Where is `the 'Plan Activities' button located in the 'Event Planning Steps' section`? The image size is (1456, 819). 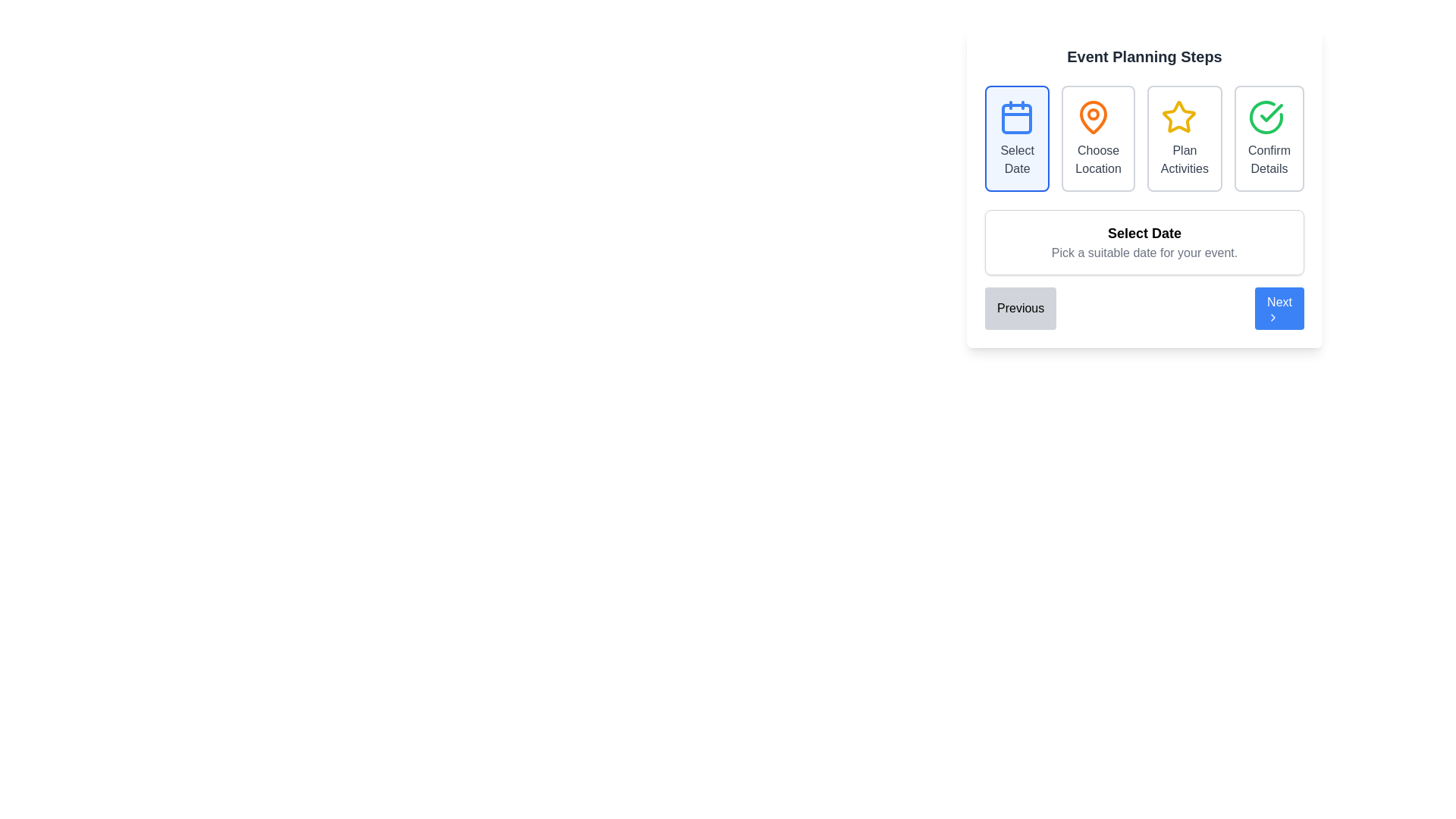 the 'Plan Activities' button located in the 'Event Planning Steps' section is located at coordinates (1144, 187).